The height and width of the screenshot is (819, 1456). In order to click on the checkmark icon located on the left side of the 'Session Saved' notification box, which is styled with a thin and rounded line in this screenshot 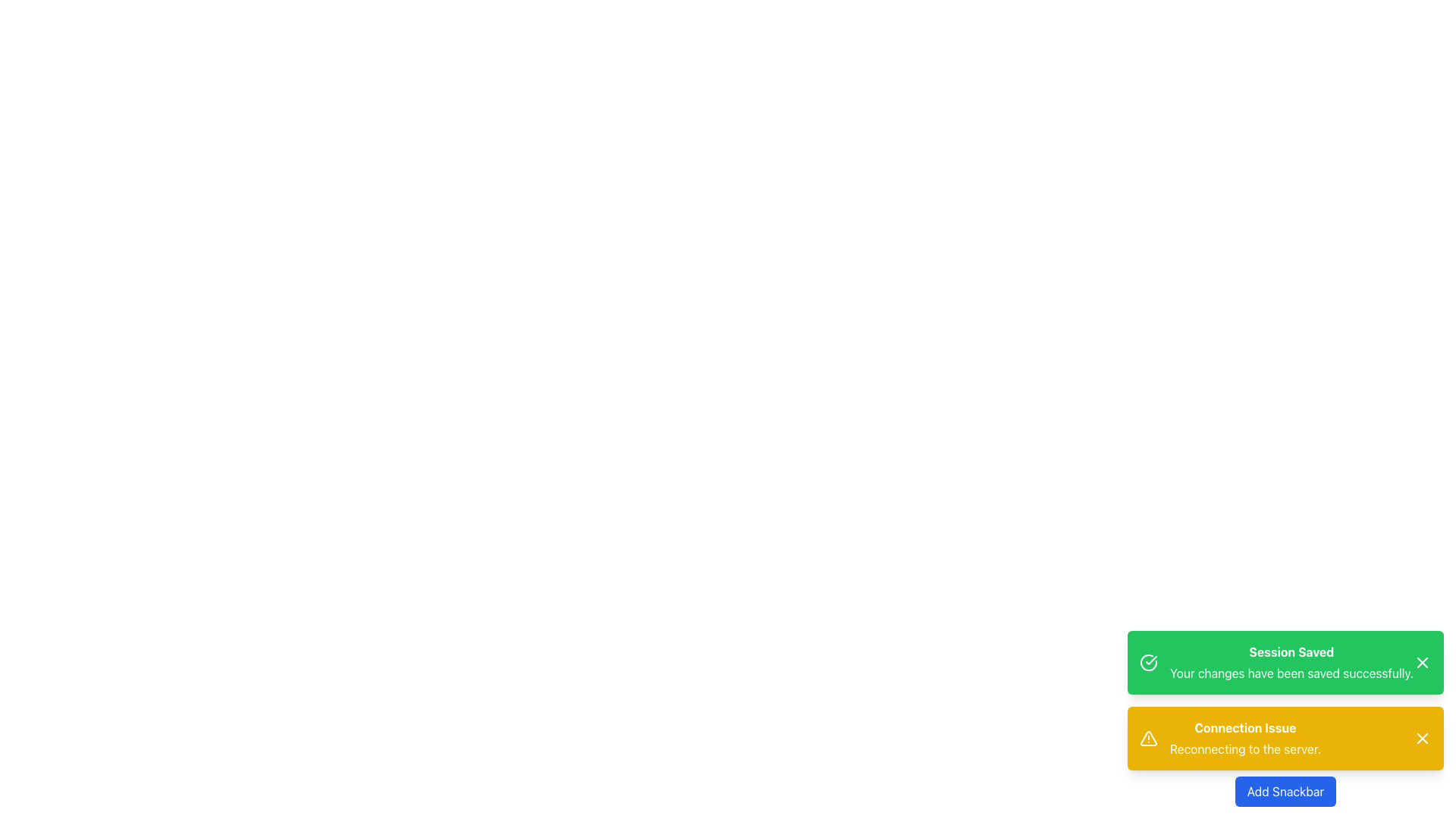, I will do `click(1151, 660)`.